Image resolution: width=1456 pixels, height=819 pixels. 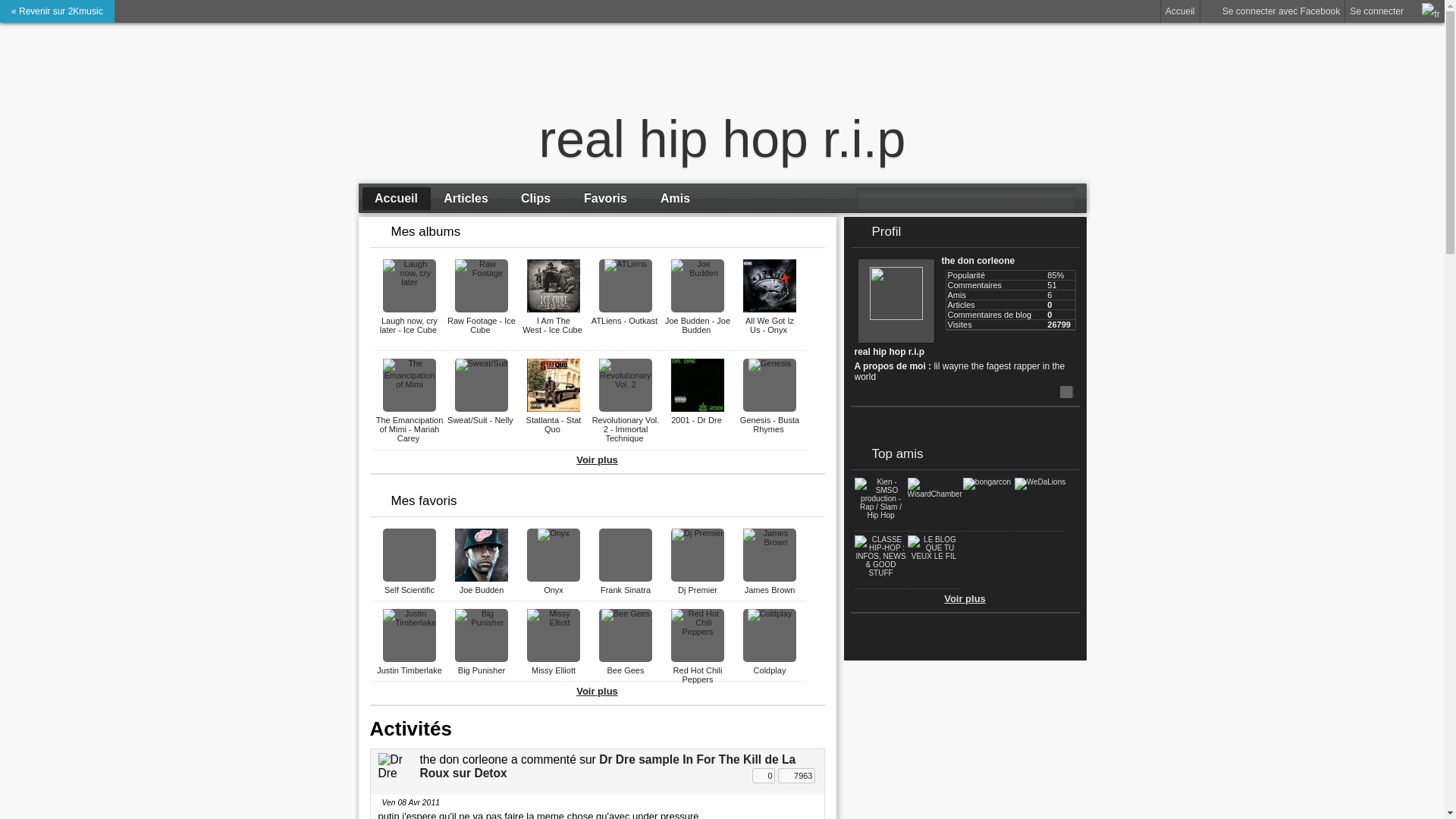 I want to click on 'All We Got Iz Us - Onyx ', so click(x=769, y=324).